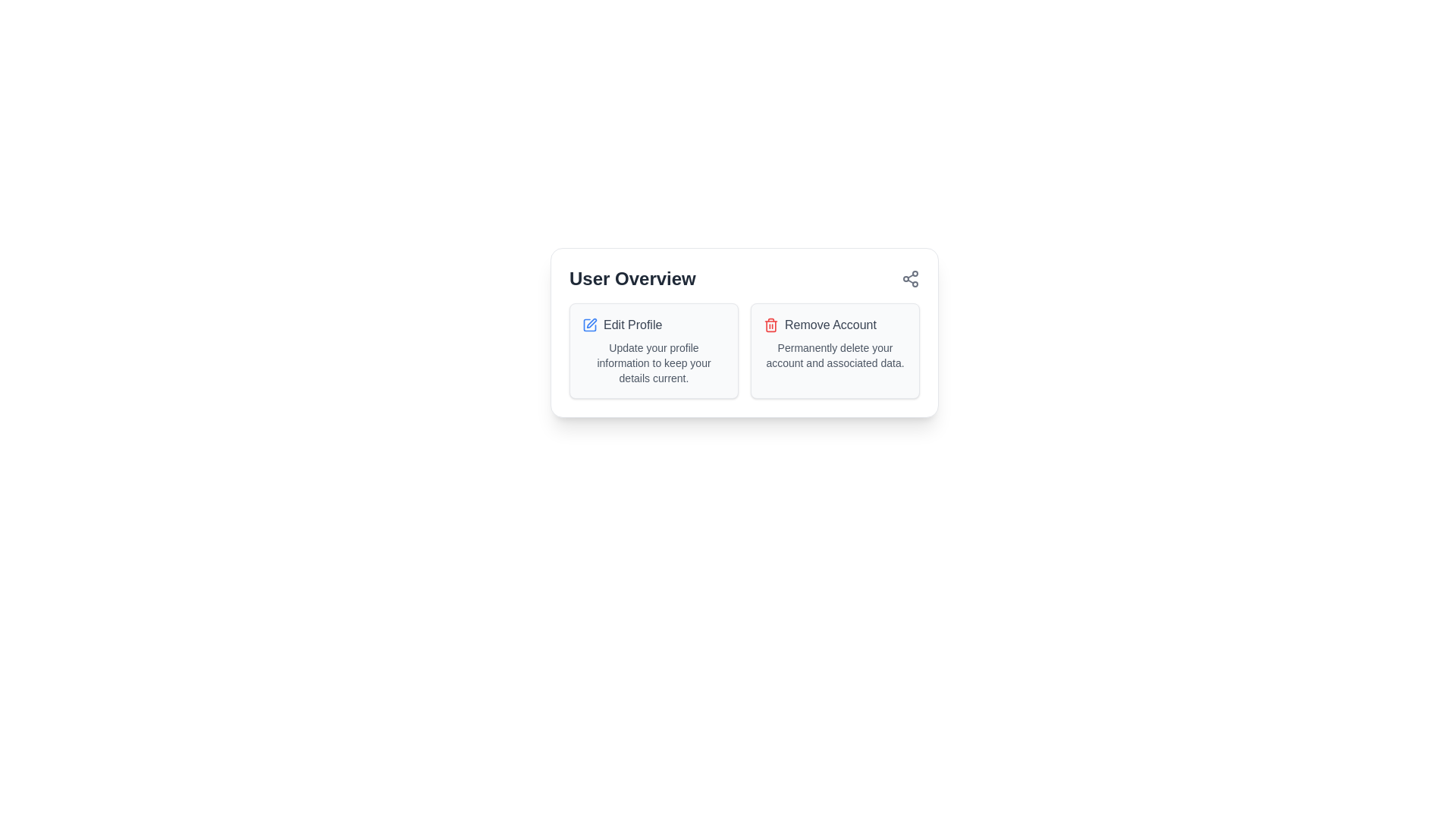 This screenshot has height=819, width=1456. I want to click on the share button located at the top-right corner of the 'User Overview' section, so click(910, 278).